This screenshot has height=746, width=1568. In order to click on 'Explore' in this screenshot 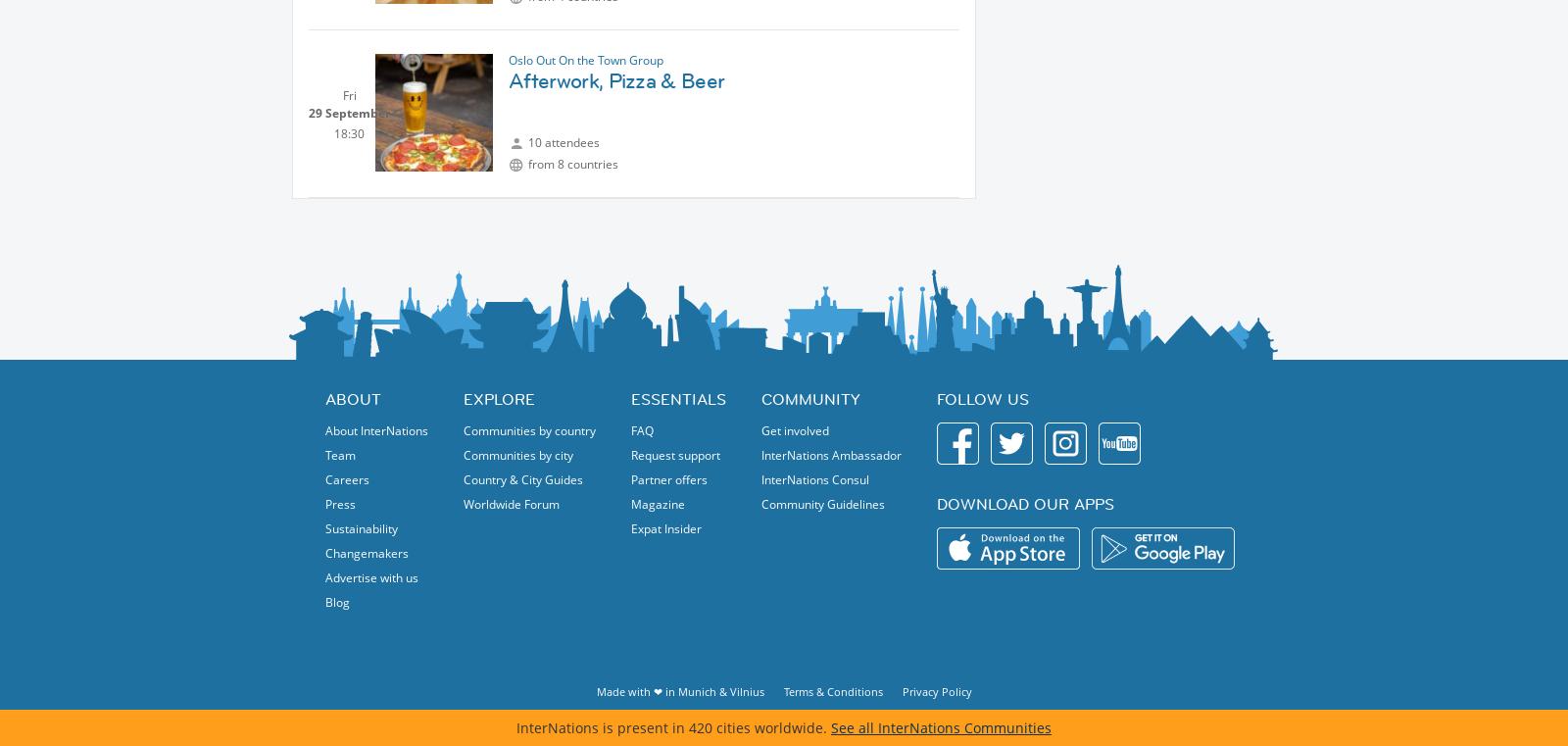, I will do `click(498, 398)`.